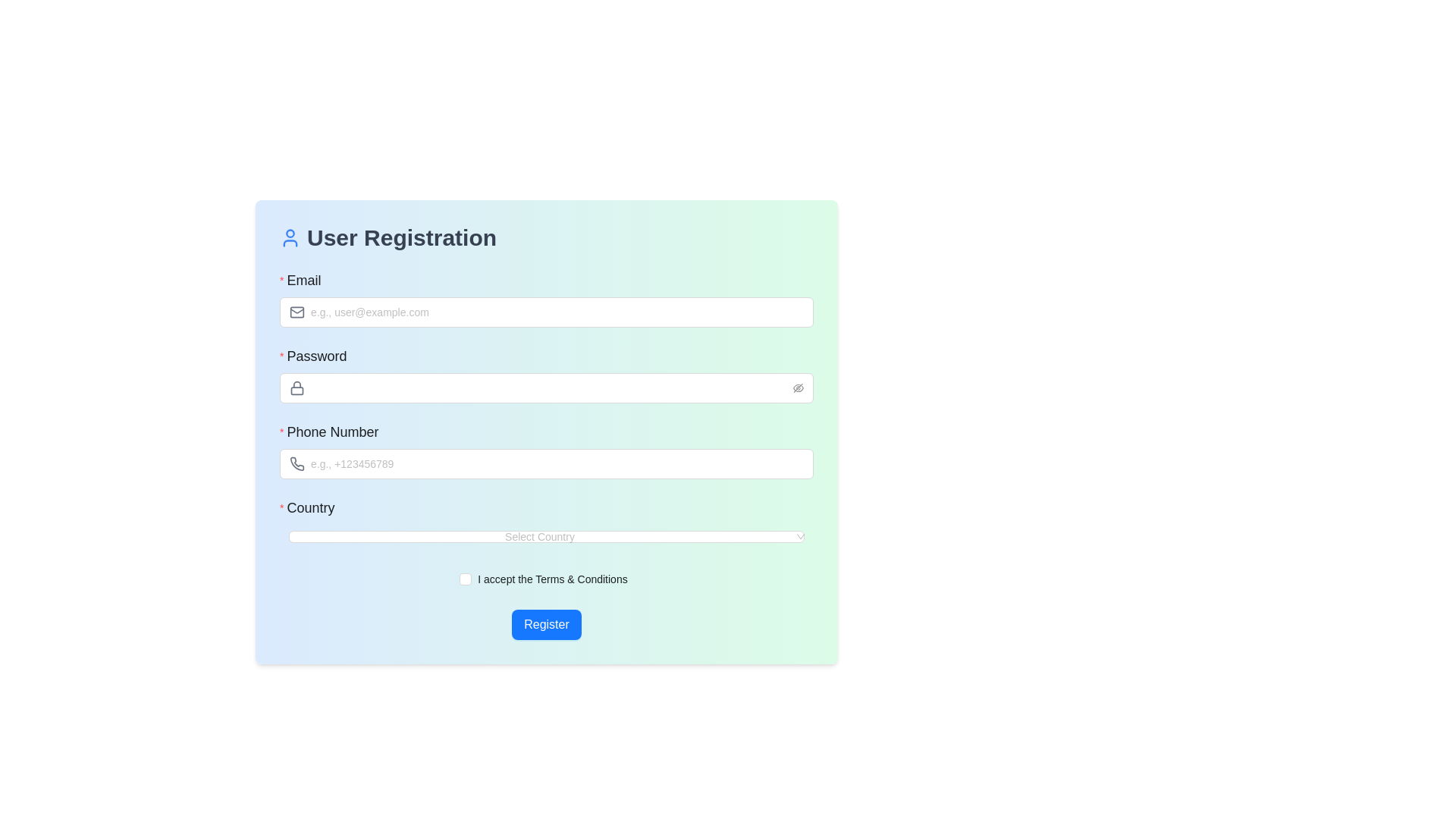 The image size is (1456, 819). Describe the element at coordinates (312, 508) in the screenshot. I see `the input field related to the 'Country' label` at that location.